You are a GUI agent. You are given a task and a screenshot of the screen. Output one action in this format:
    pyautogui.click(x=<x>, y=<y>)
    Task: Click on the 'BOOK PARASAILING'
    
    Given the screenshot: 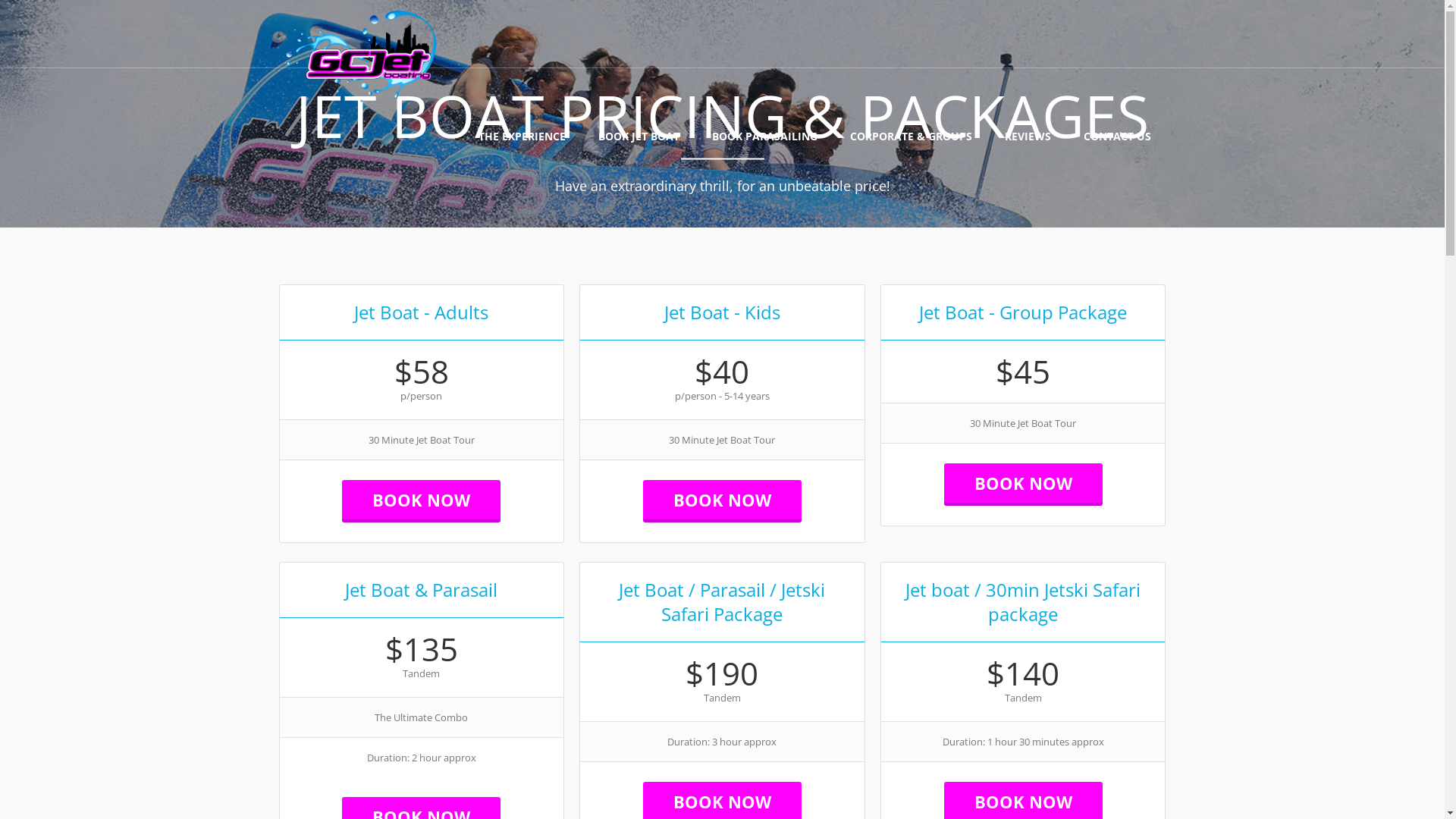 What is the action you would take?
    pyautogui.click(x=764, y=136)
    